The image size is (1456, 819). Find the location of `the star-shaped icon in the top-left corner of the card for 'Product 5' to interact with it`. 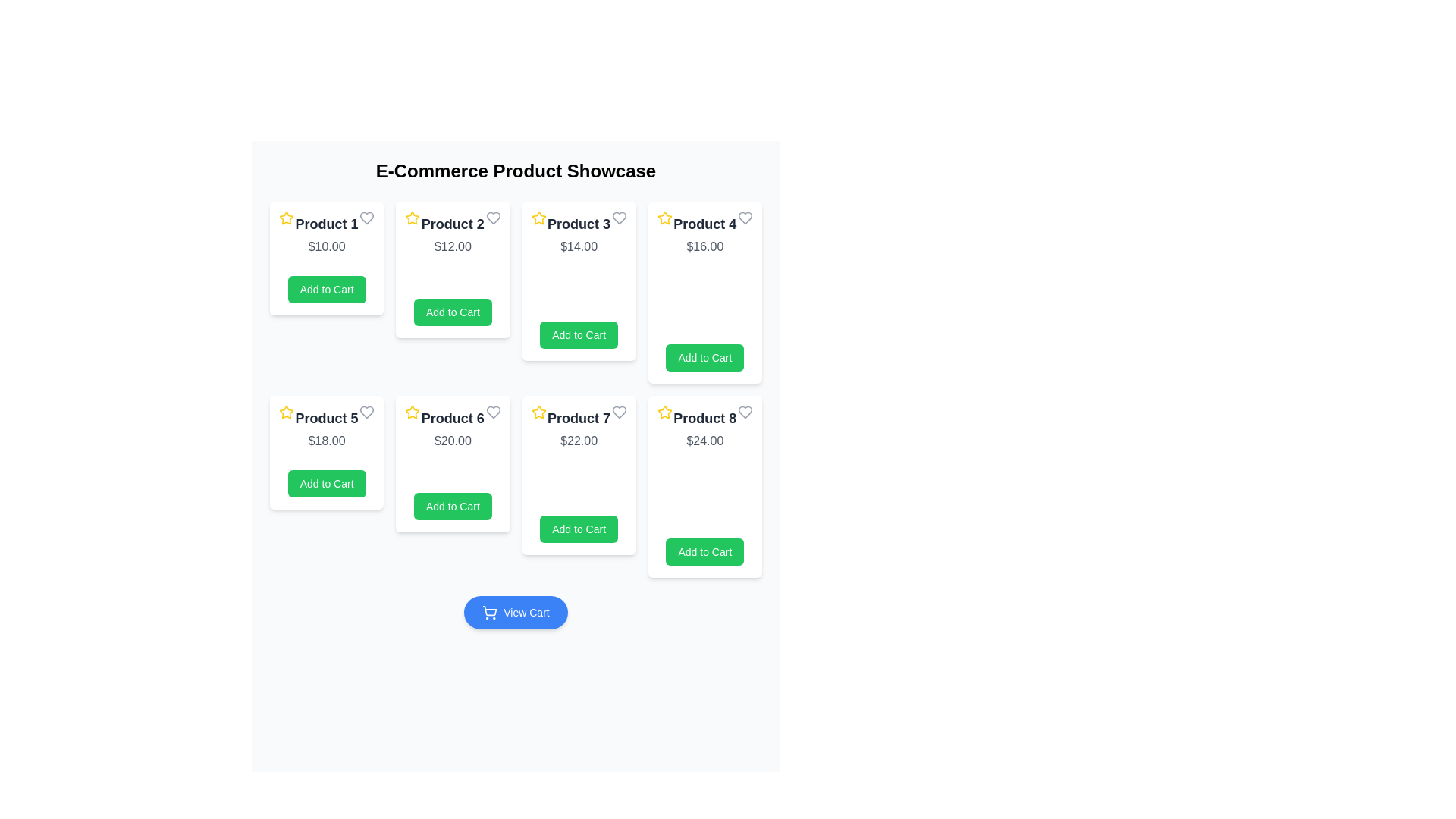

the star-shaped icon in the top-left corner of the card for 'Product 5' to interact with it is located at coordinates (287, 412).